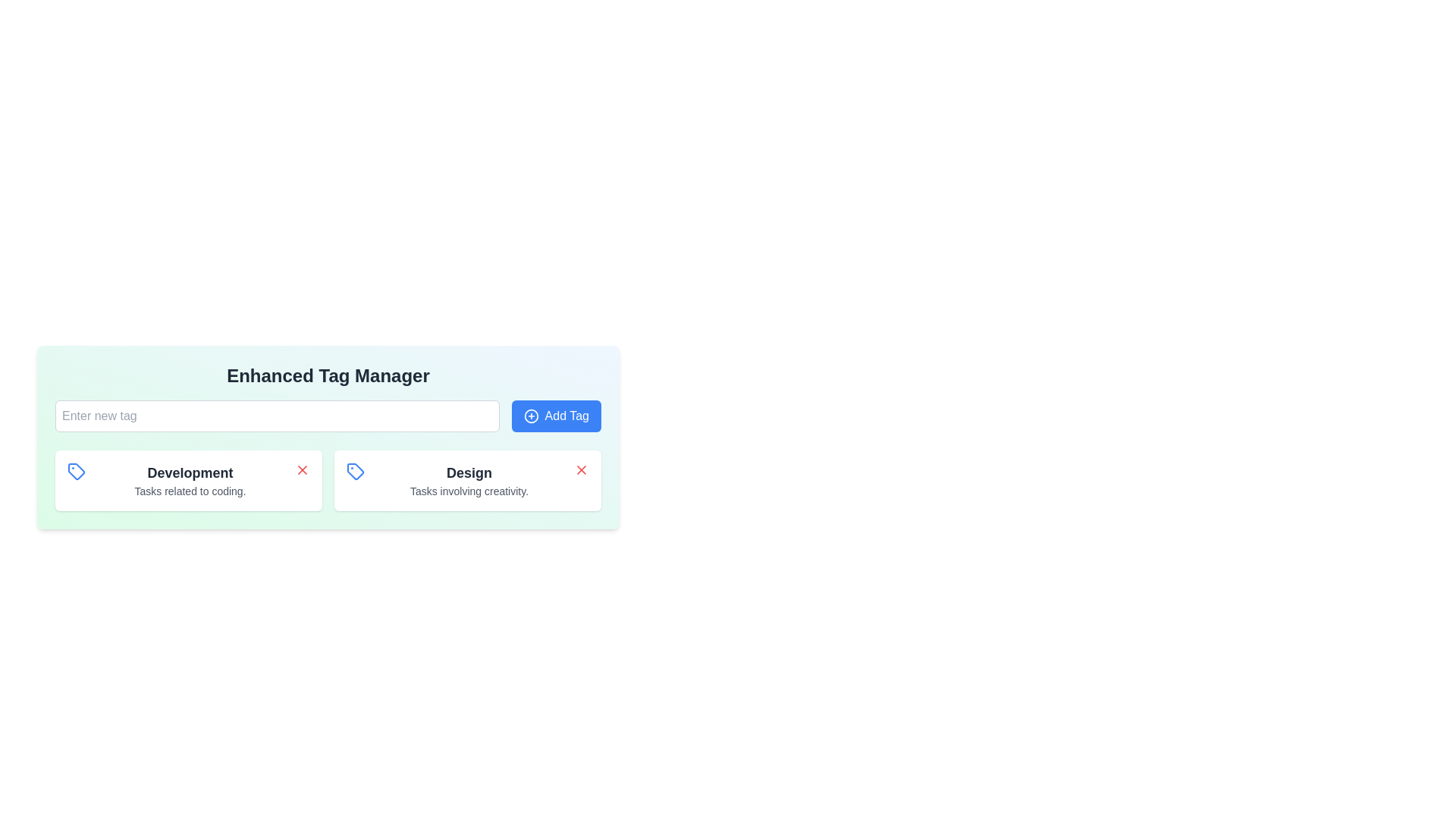 The height and width of the screenshot is (819, 1456). Describe the element at coordinates (302, 469) in the screenshot. I see `the delete button located in the top right corner of the card interface` at that location.